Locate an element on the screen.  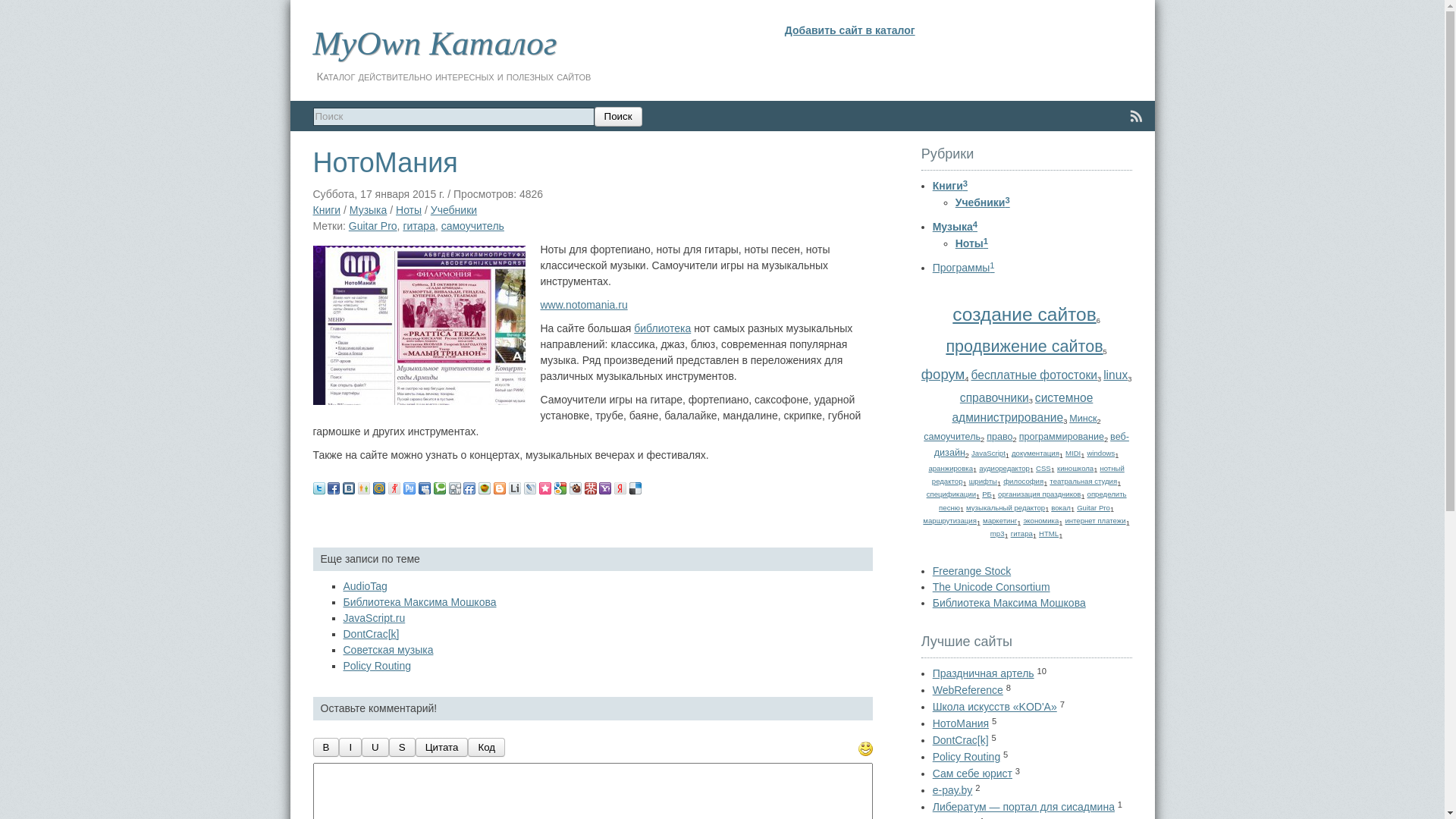
'CSS' is located at coordinates (1043, 467).